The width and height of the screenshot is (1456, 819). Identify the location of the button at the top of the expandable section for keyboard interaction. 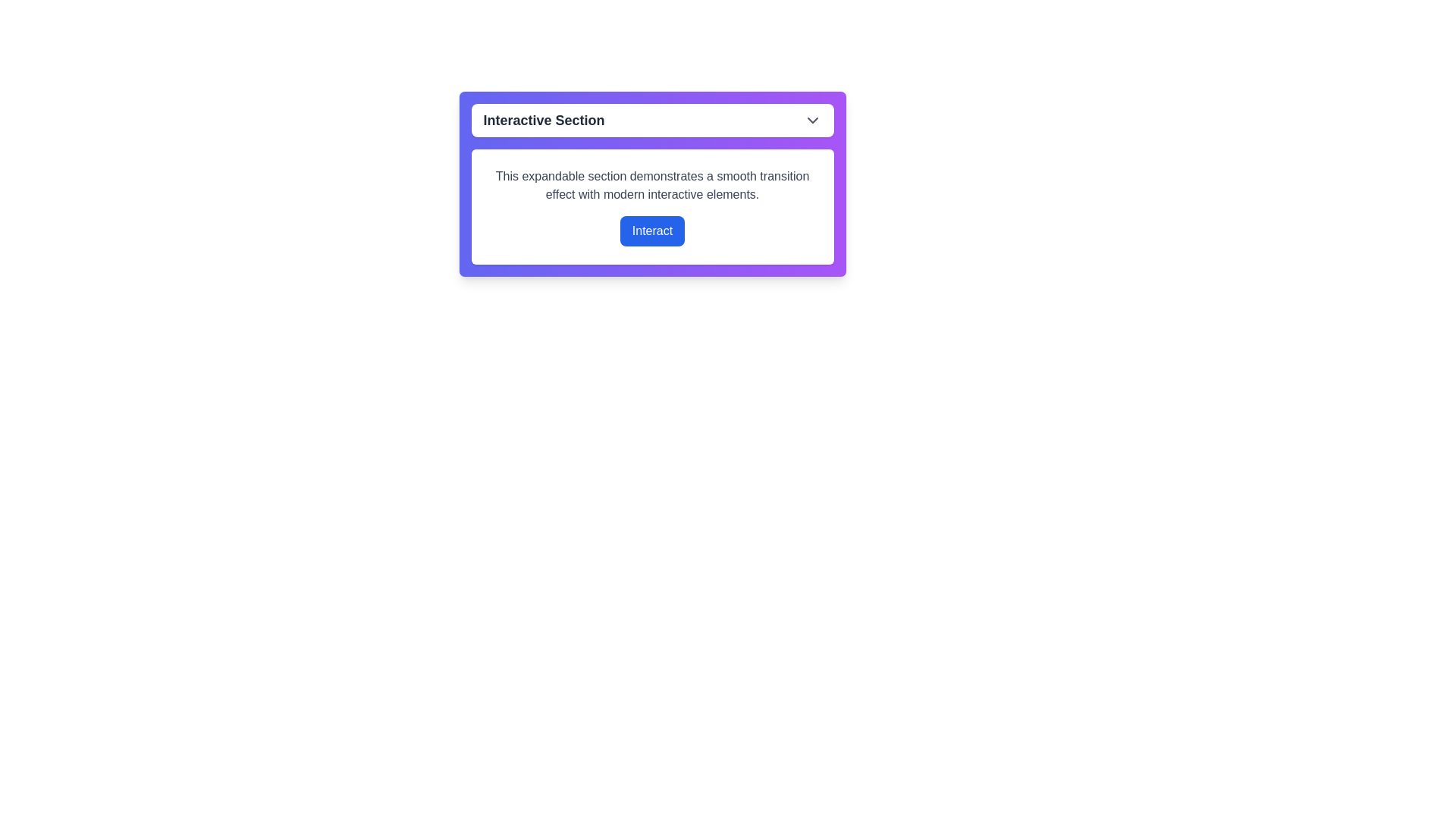
(652, 119).